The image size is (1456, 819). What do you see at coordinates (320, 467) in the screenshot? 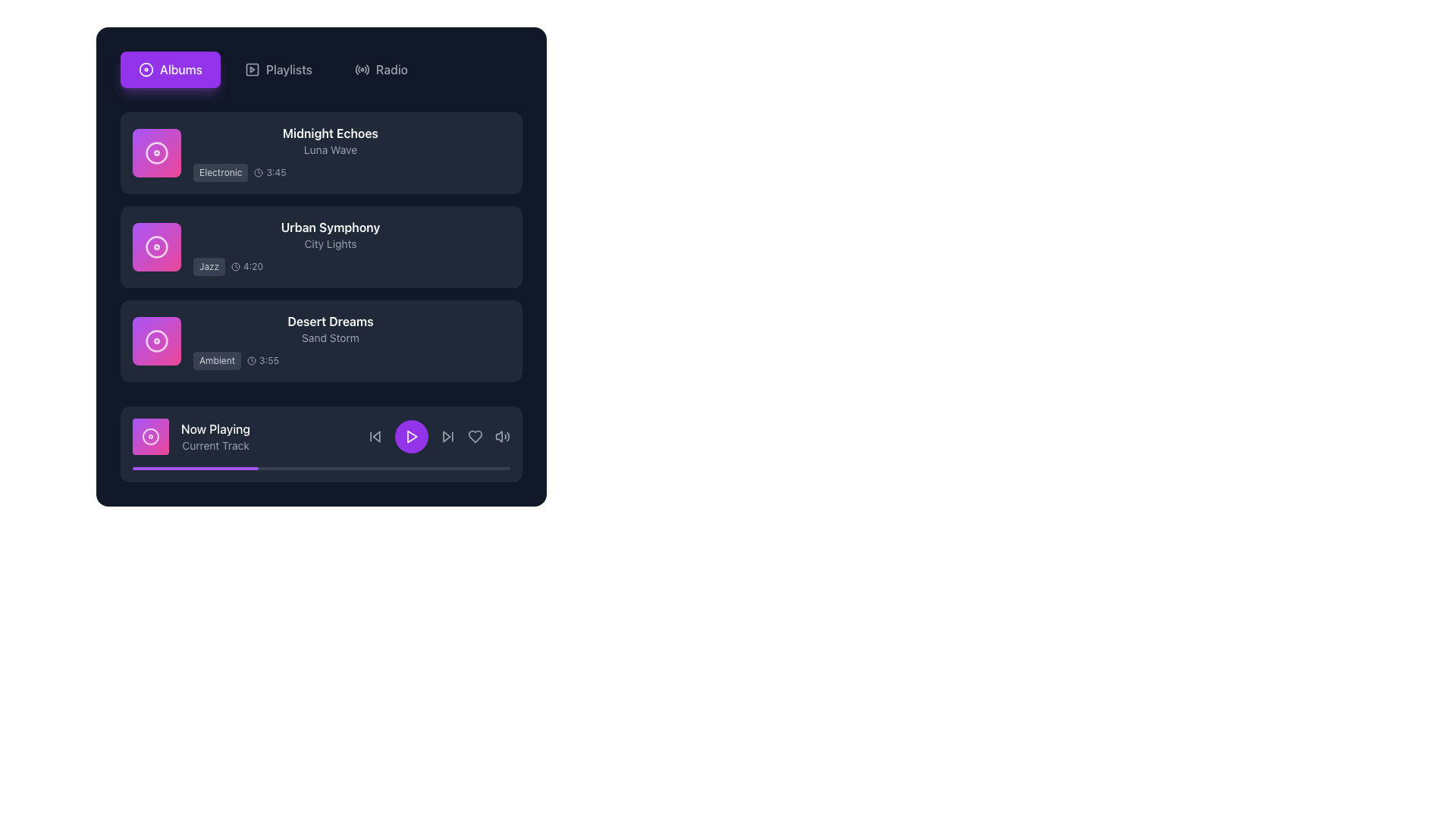
I see `the progress bar located in the 'Now Playing' section, positioned below the track title and control buttons` at bounding box center [320, 467].